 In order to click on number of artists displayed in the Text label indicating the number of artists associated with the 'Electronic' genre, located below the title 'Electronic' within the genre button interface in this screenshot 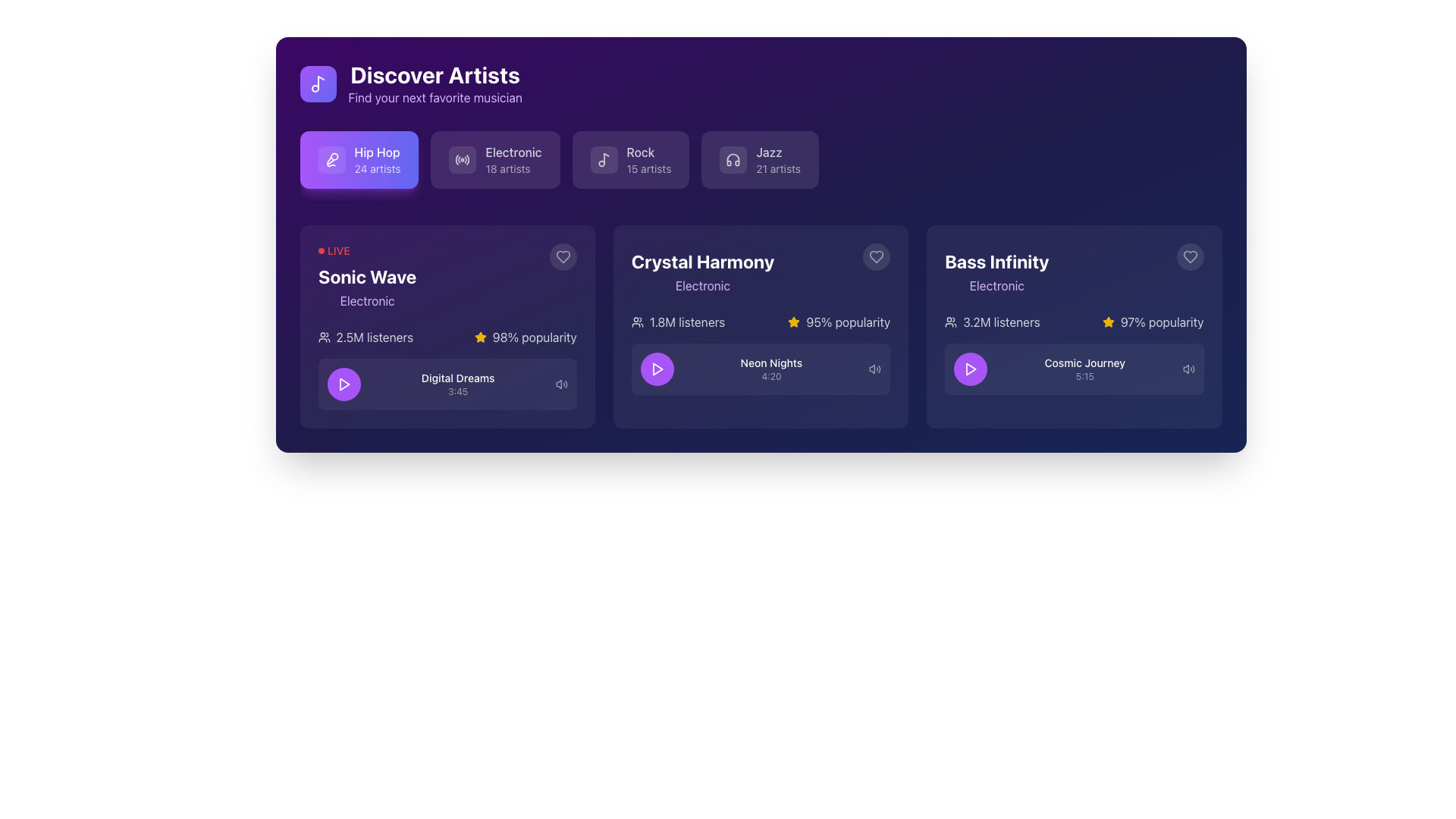, I will do `click(513, 169)`.